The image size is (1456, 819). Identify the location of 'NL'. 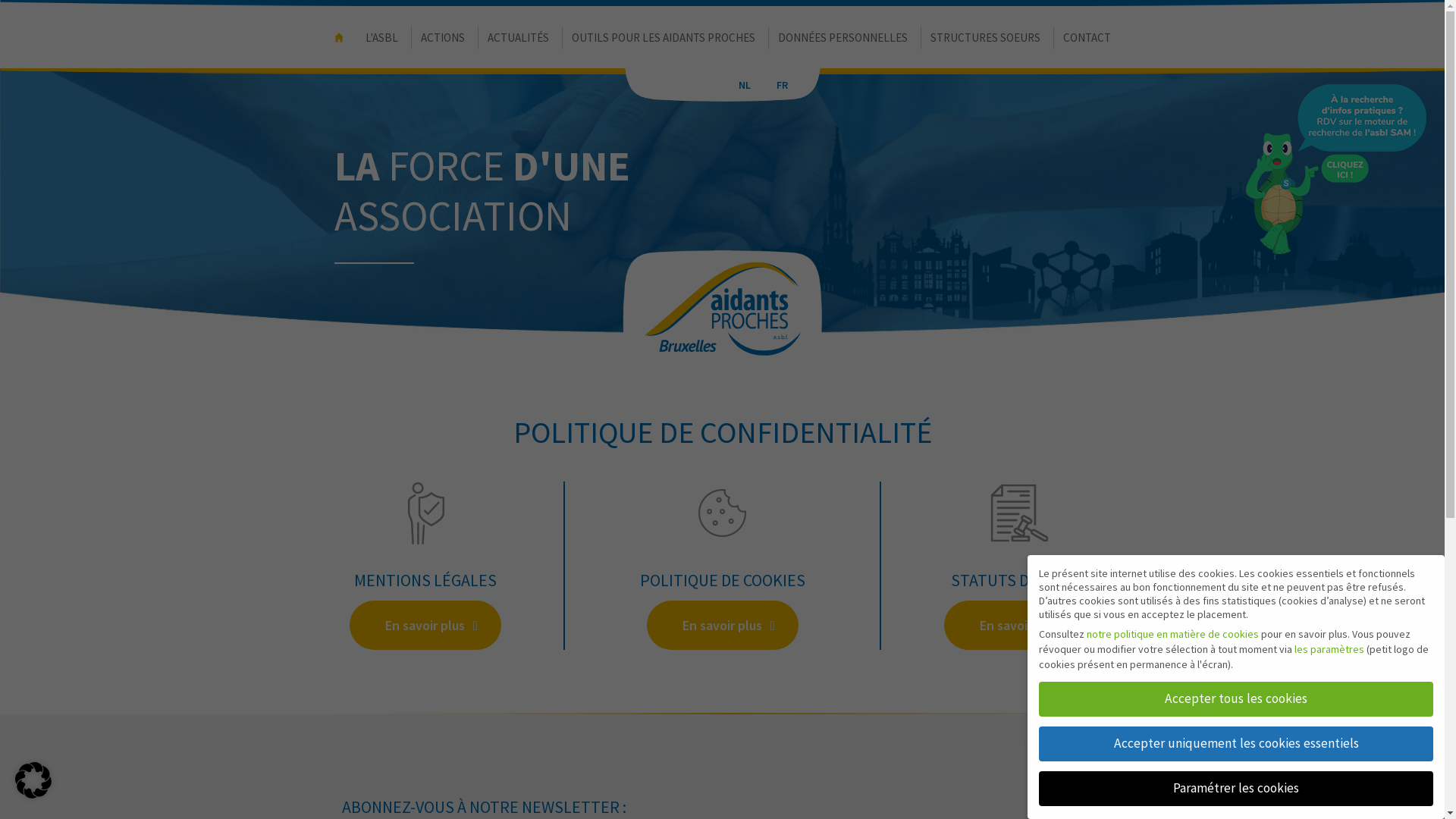
(743, 85).